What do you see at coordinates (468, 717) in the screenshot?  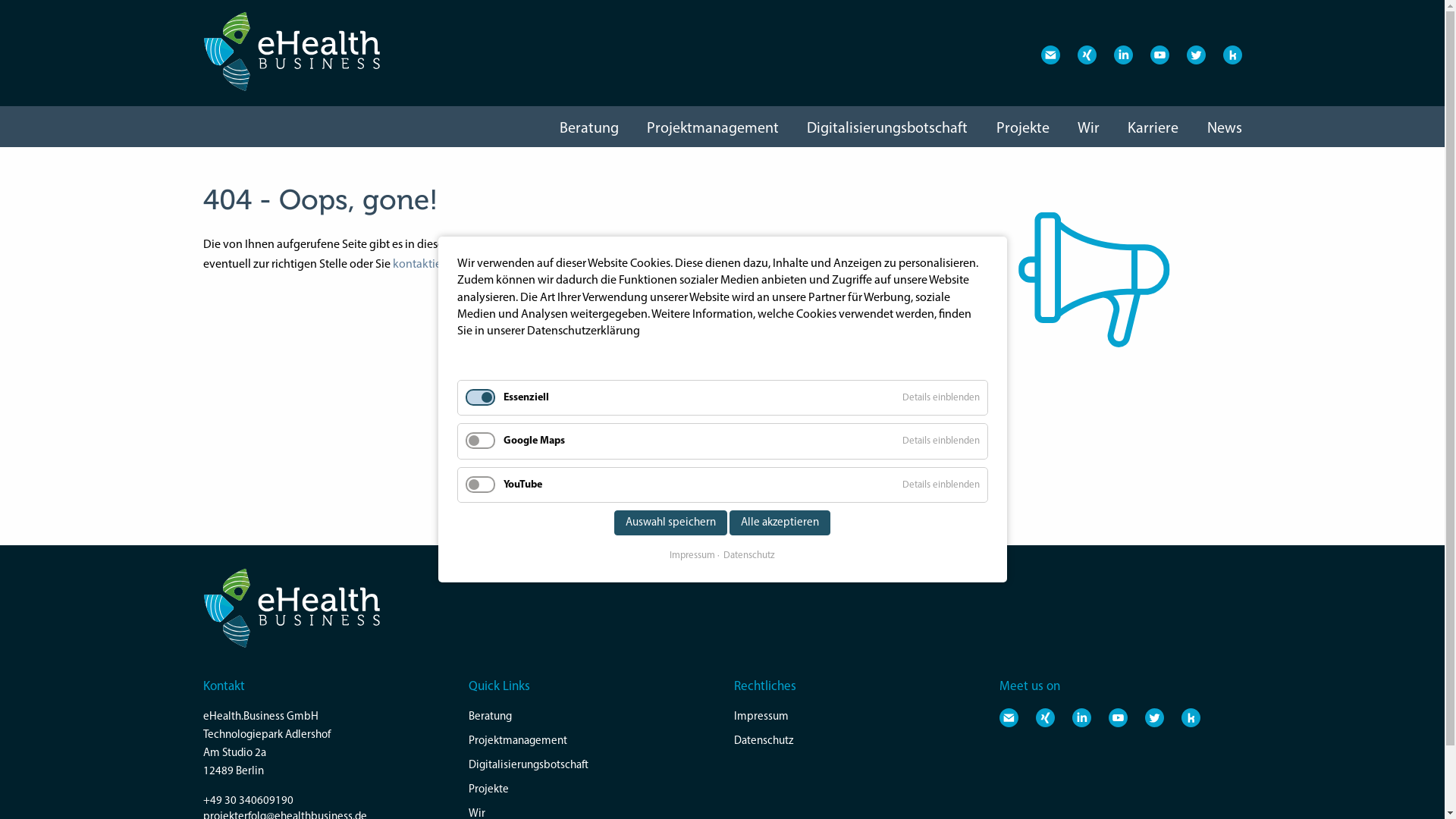 I see `'Beratung'` at bounding box center [468, 717].